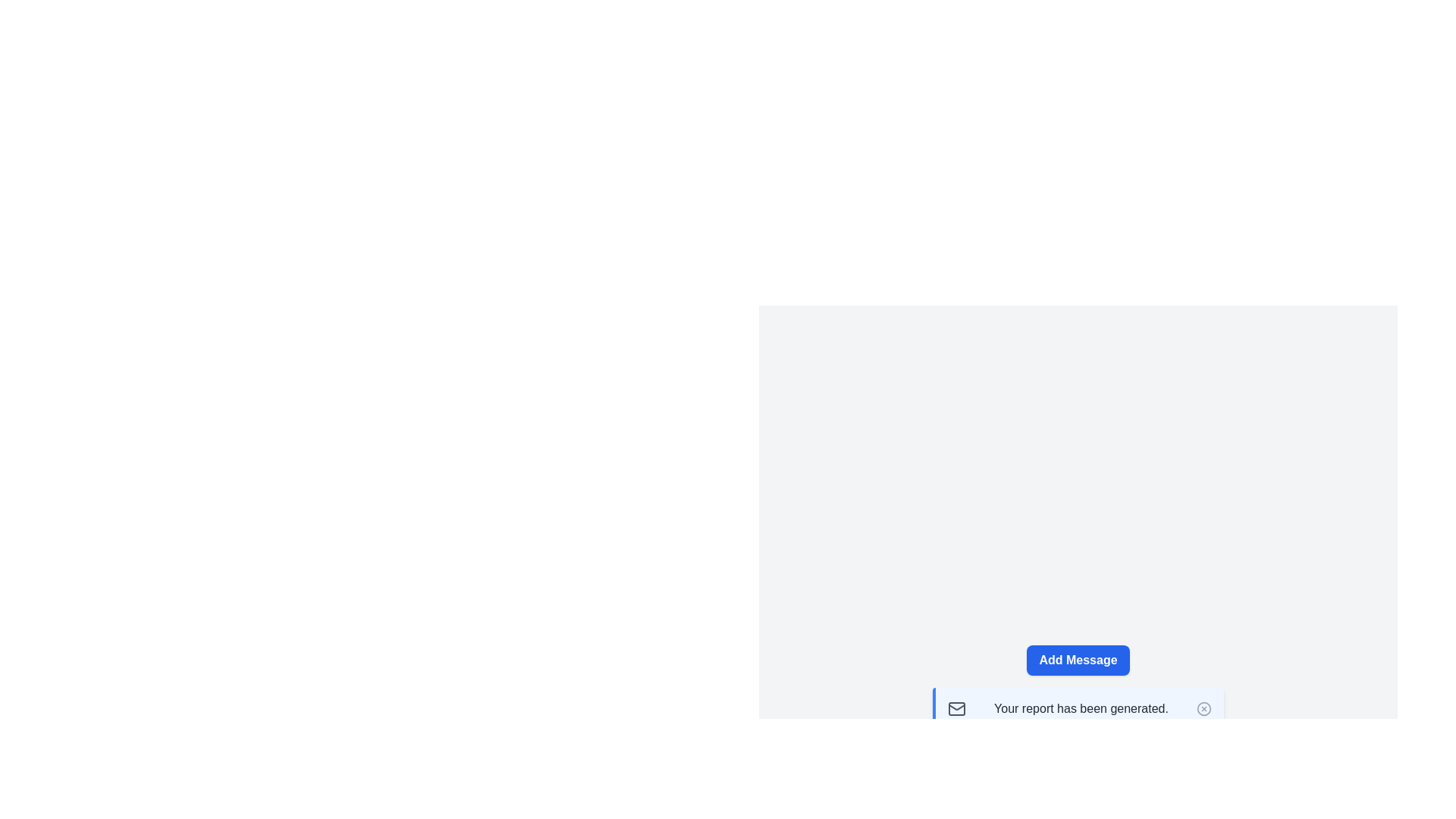 This screenshot has width=1456, height=819. What do you see at coordinates (1203, 708) in the screenshot?
I see `the close button for the message 'Your report has been generated.'` at bounding box center [1203, 708].